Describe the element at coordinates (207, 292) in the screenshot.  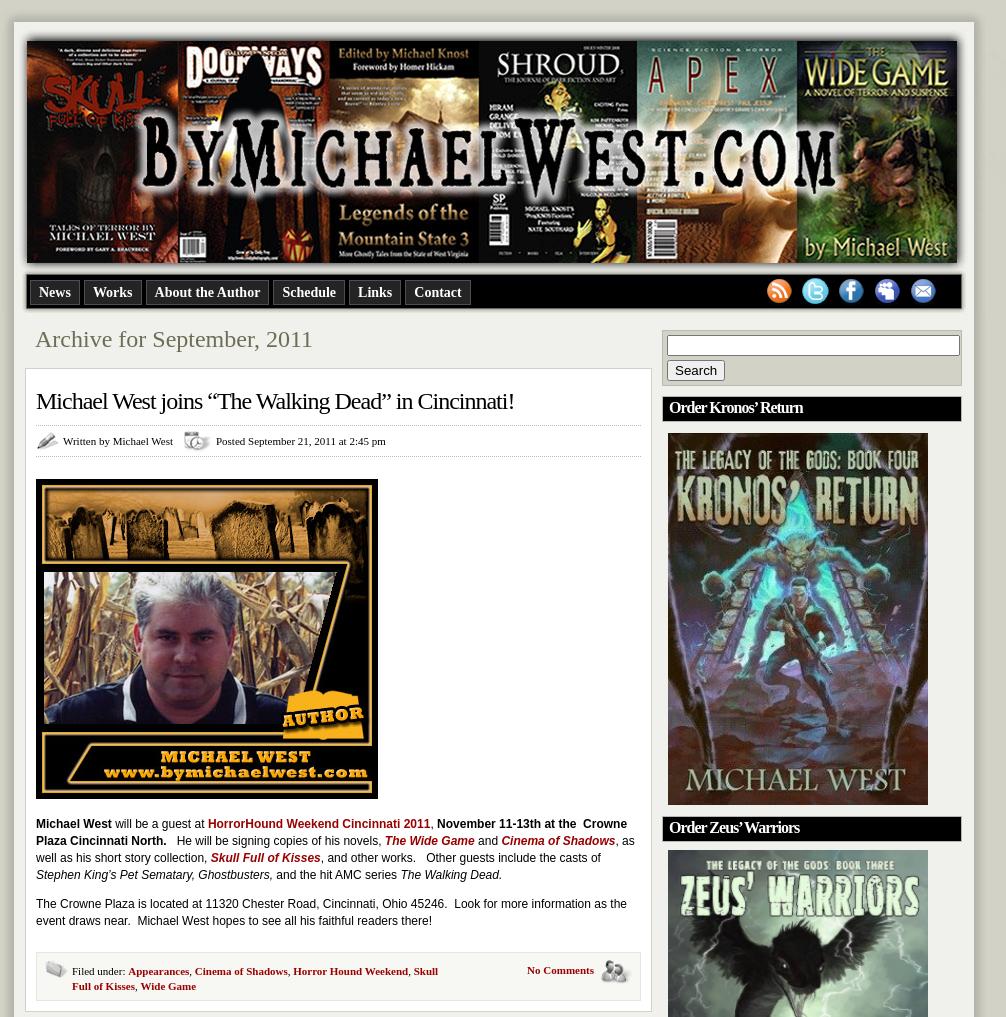
I see `'About the Author'` at that location.